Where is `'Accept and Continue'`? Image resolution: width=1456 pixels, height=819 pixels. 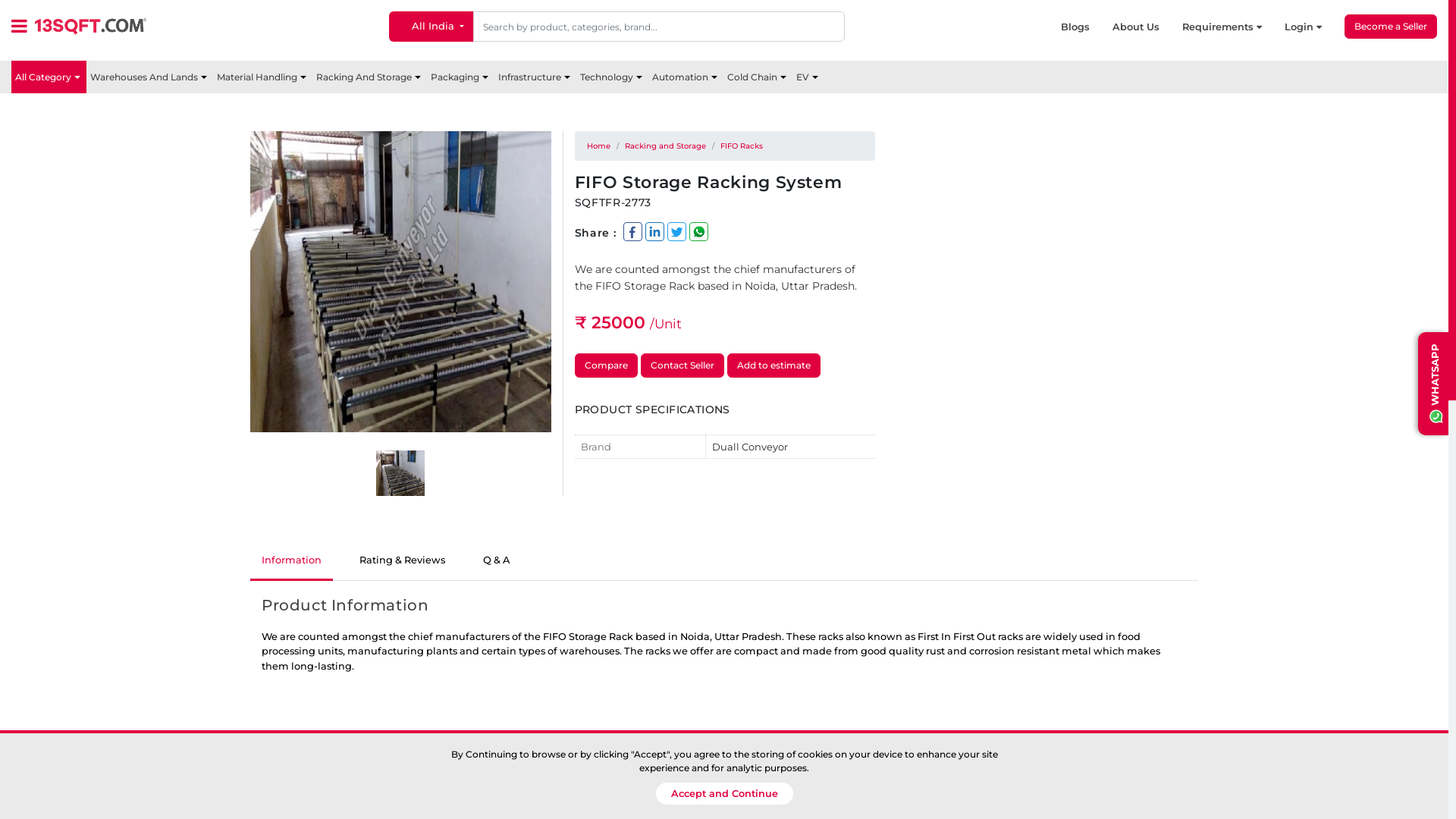 'Accept and Continue' is located at coordinates (723, 792).